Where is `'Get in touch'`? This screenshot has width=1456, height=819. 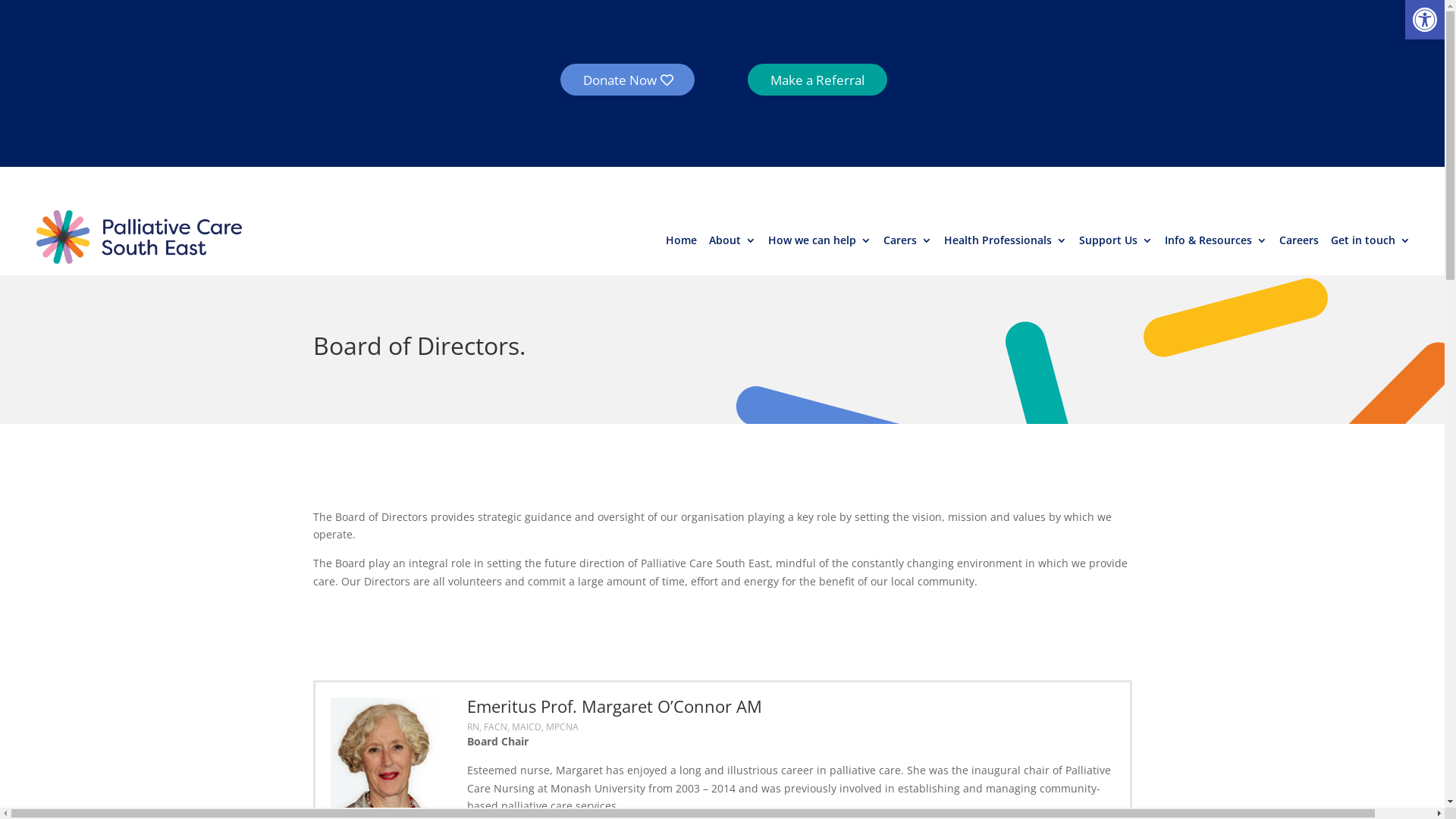
'Get in touch' is located at coordinates (1370, 242).